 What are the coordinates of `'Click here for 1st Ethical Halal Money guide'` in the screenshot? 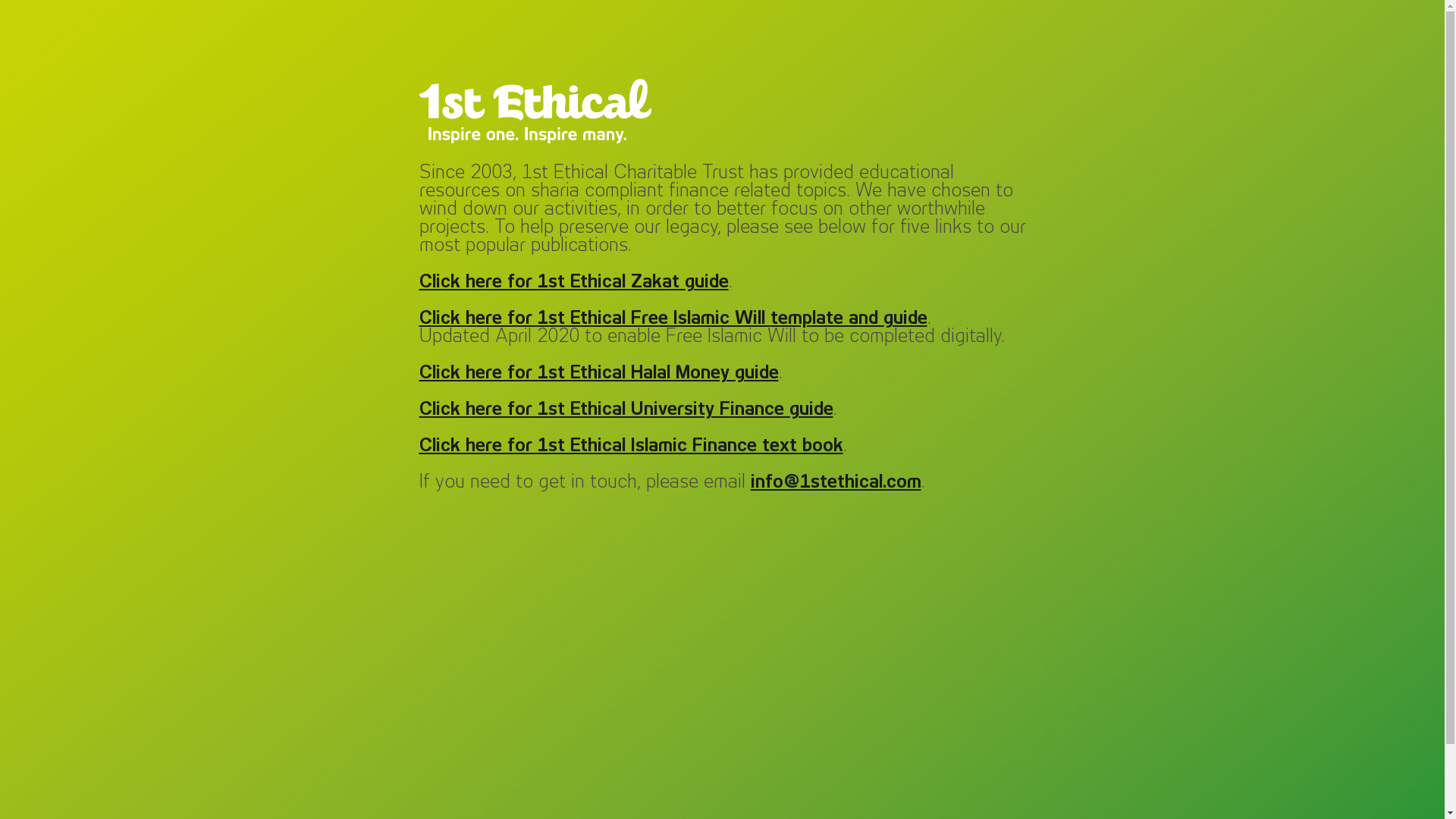 It's located at (597, 373).